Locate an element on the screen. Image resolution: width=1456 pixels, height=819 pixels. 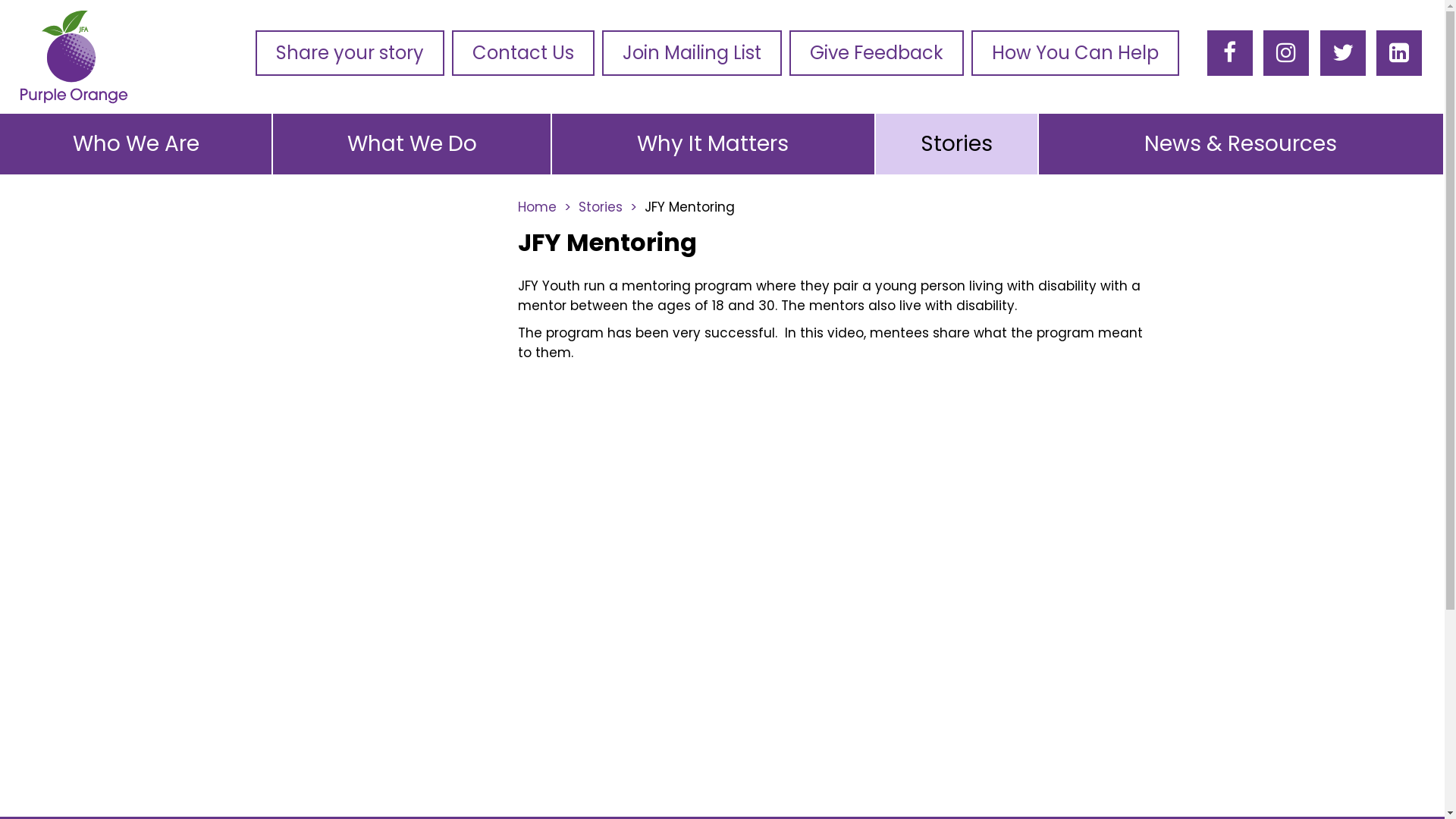
'Purple Orange' is located at coordinates (14, 57).